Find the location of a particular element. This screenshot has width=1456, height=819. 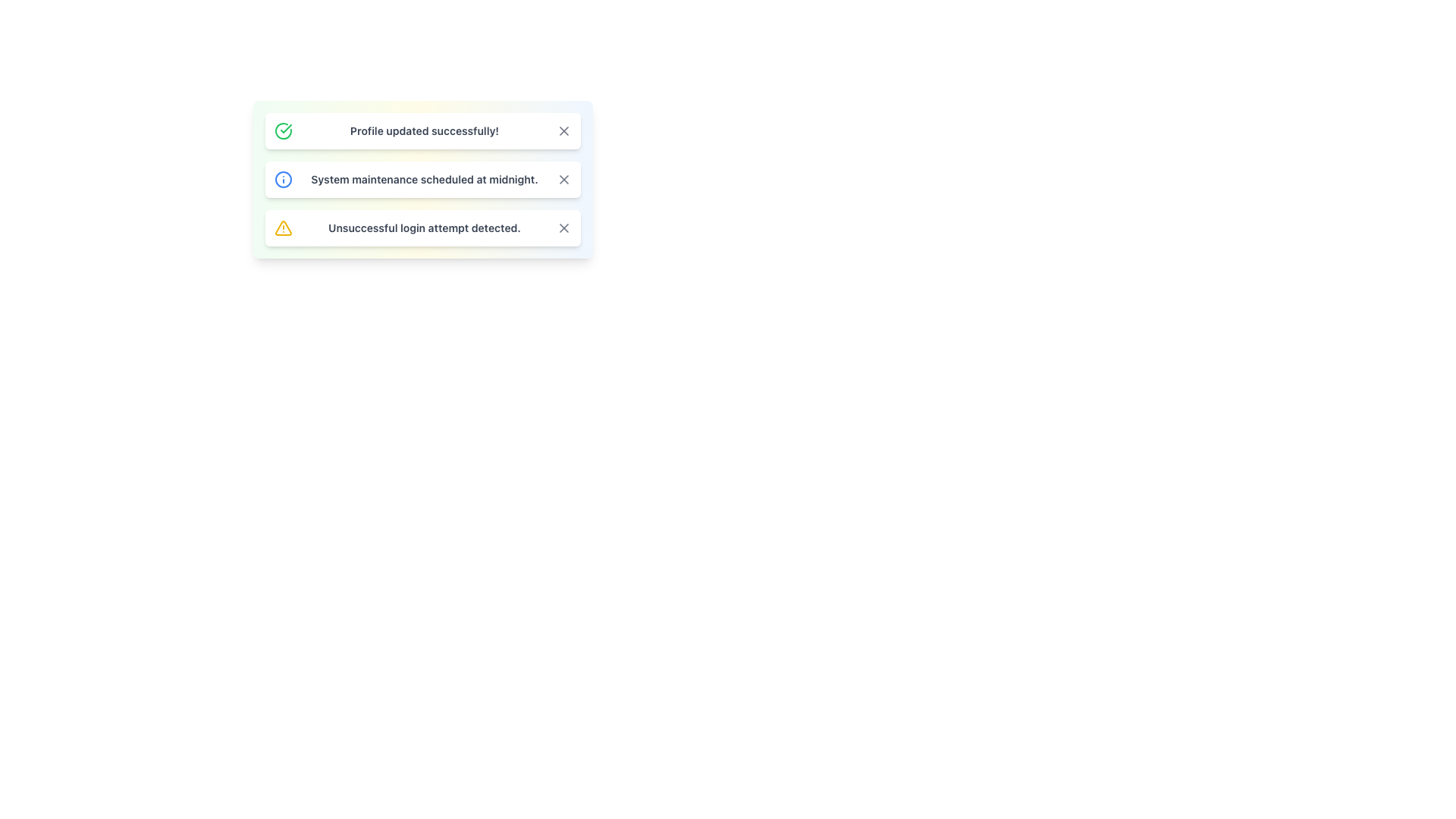

the profile update success icon located in the notification card at the top of the notifications list, which indicates that the user's profile has been updated successfully is located at coordinates (284, 130).